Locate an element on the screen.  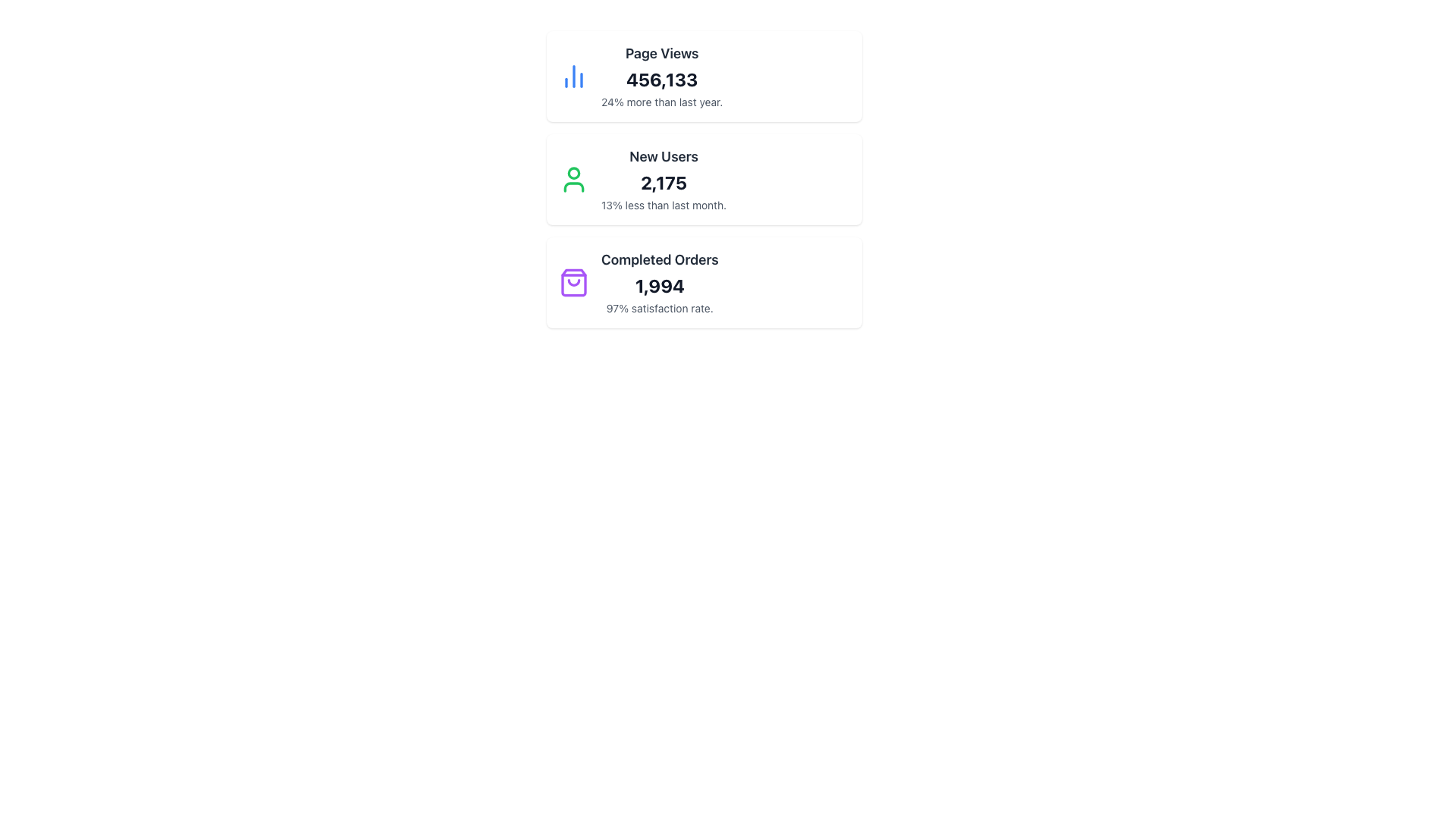
the text label reading '13% less than last month.' located at the bottom of the metric card for 'New Users' is located at coordinates (664, 205).